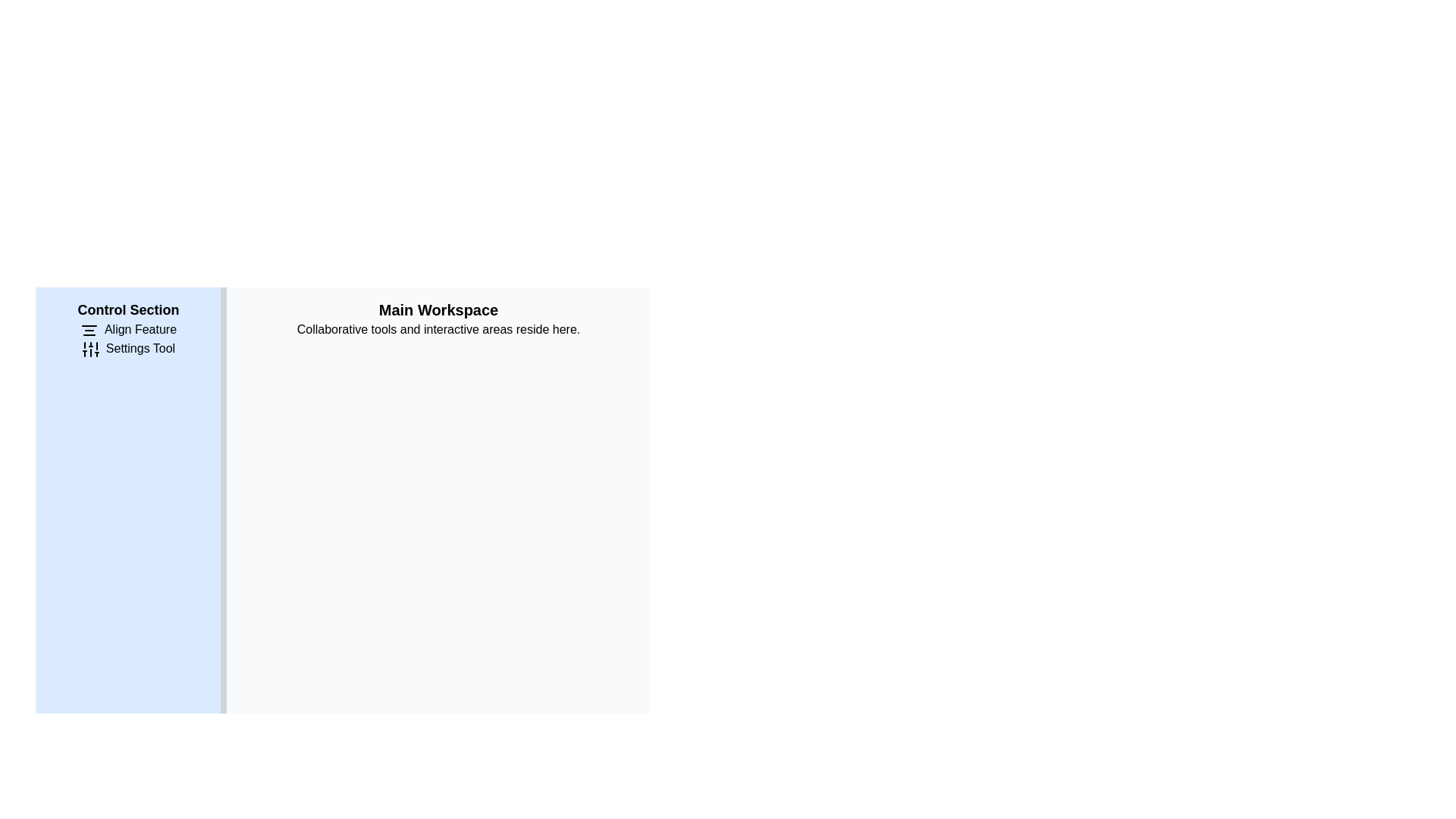 The image size is (1456, 819). What do you see at coordinates (88, 329) in the screenshot?
I see `the icon representing the 'Align Feature' section` at bounding box center [88, 329].